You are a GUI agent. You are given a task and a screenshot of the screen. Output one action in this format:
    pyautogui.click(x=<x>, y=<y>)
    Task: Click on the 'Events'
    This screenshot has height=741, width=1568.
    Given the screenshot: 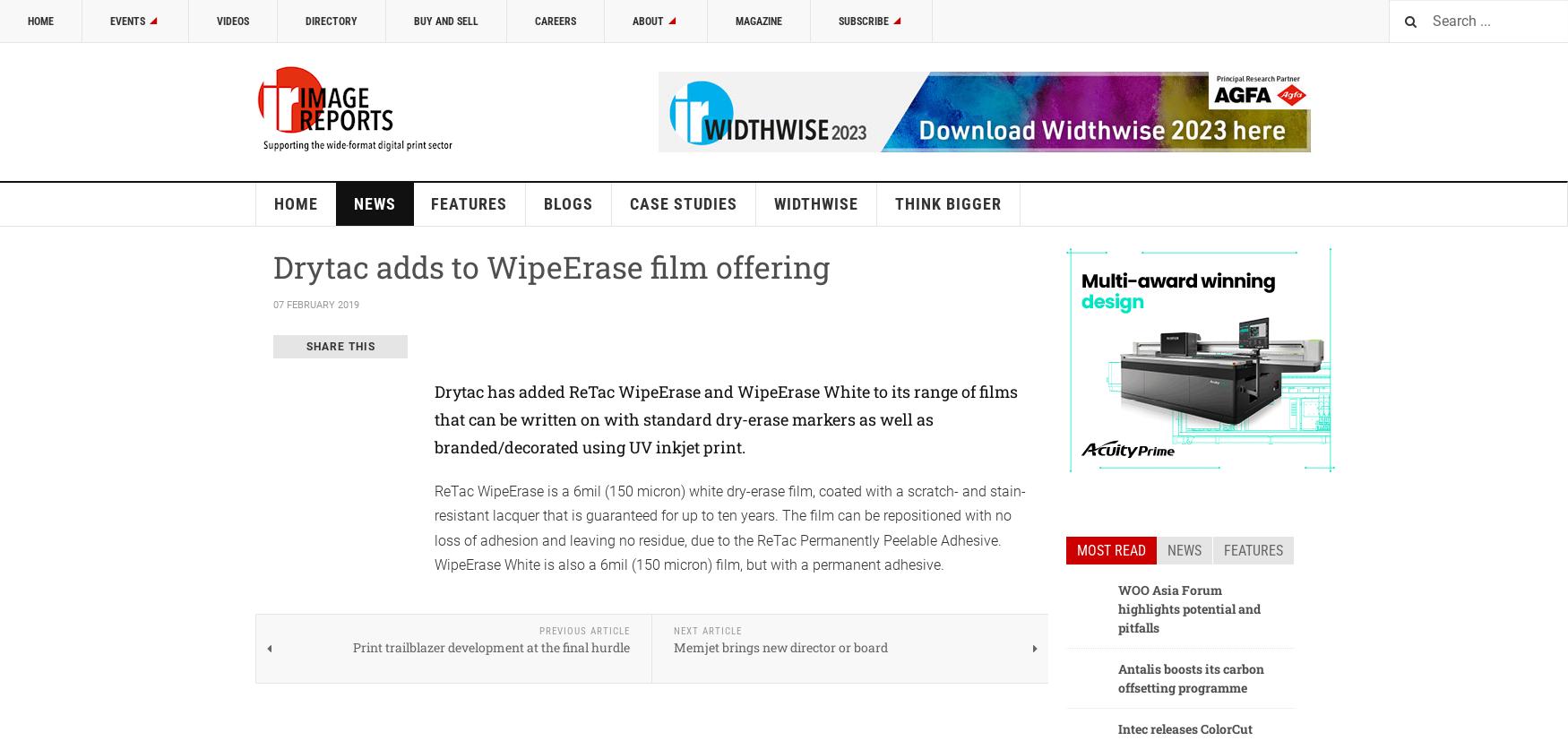 What is the action you would take?
    pyautogui.click(x=126, y=21)
    